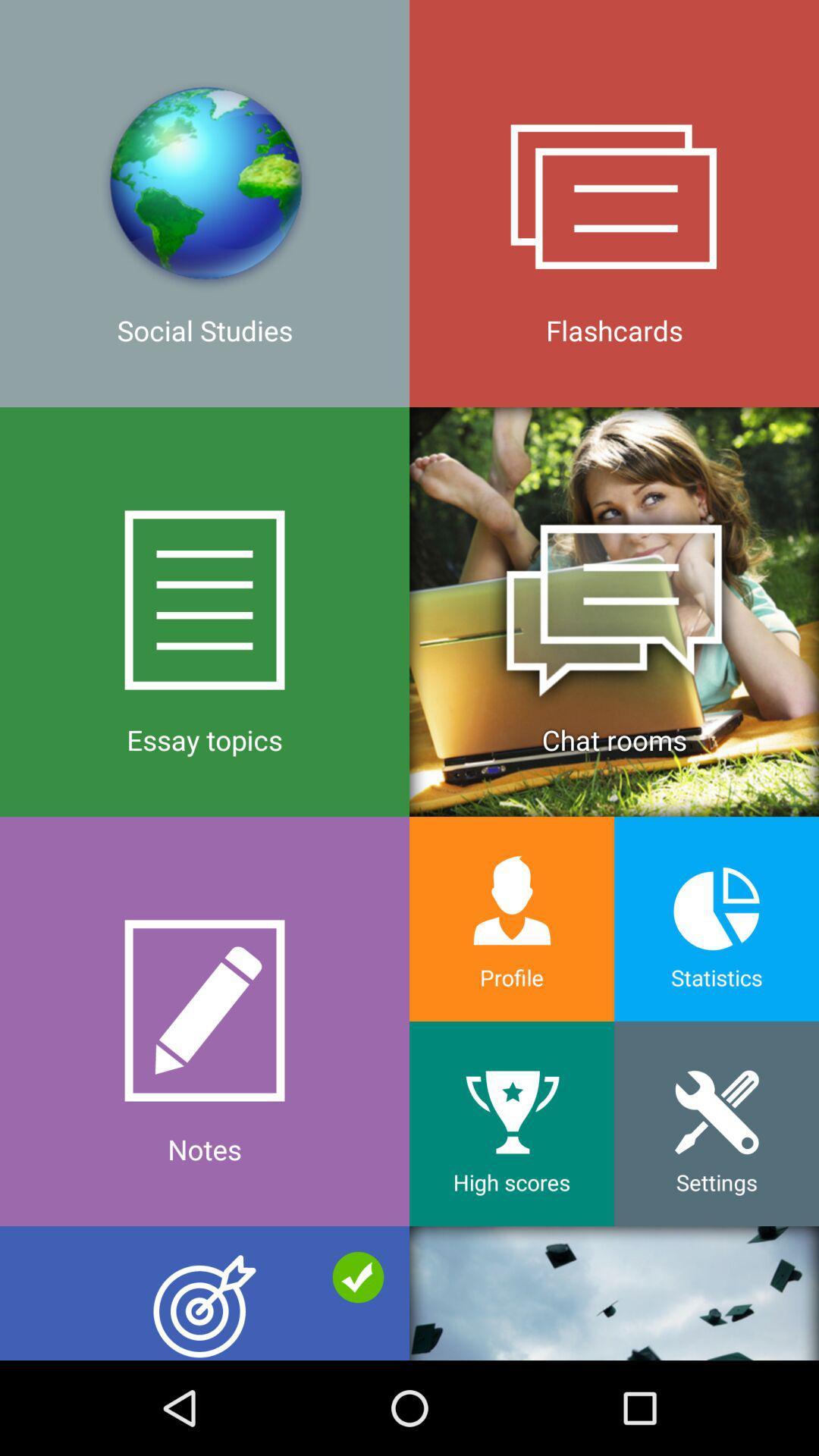 The height and width of the screenshot is (1456, 819). Describe the element at coordinates (512, 1124) in the screenshot. I see `the icon below the profile item` at that location.